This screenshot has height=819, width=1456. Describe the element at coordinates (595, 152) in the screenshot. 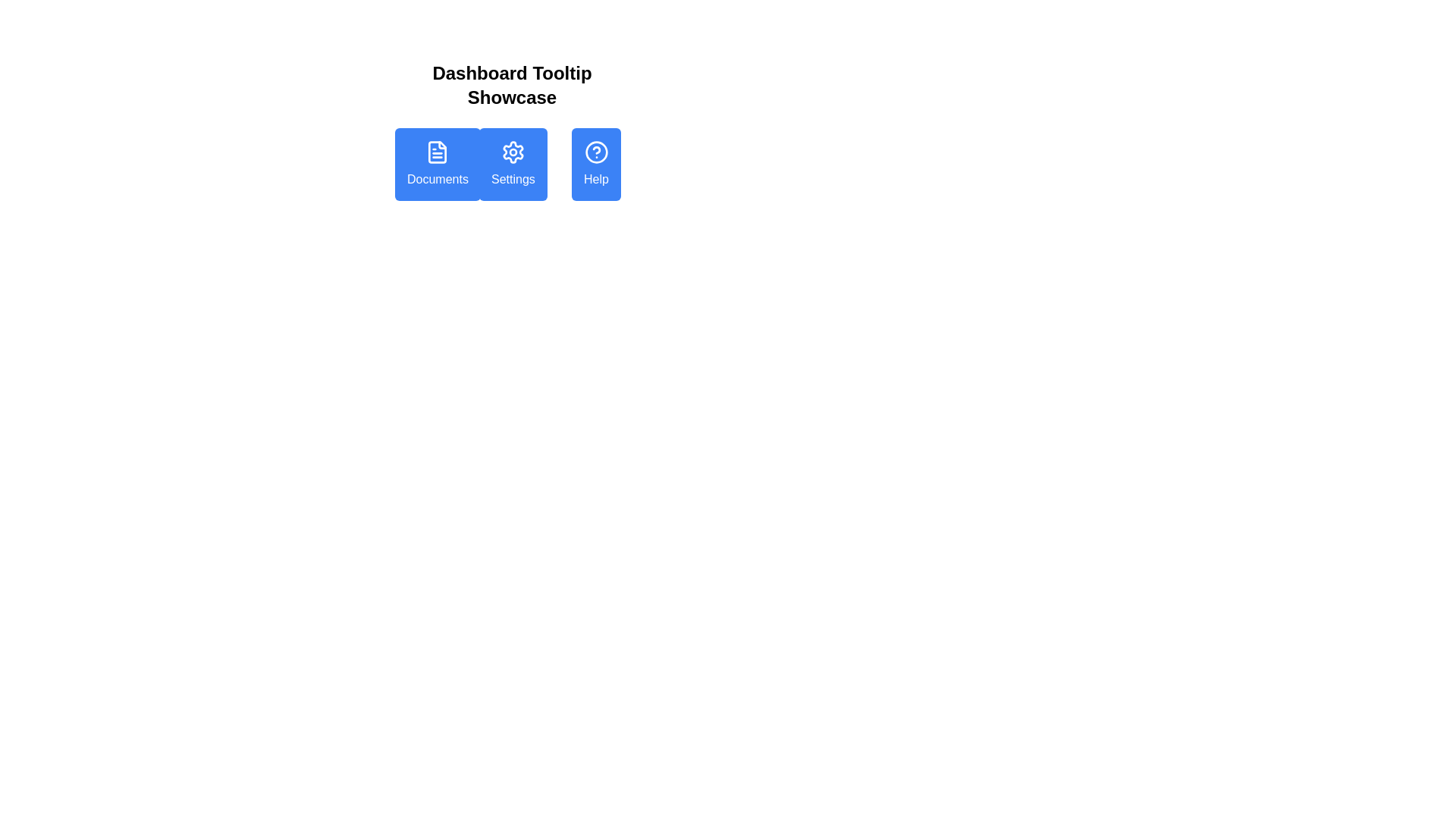

I see `the 'Help' icon, which is a visual indicator for assistance, located at the center of the Help button in the far-right position of a horizontal row of three buttons` at that location.